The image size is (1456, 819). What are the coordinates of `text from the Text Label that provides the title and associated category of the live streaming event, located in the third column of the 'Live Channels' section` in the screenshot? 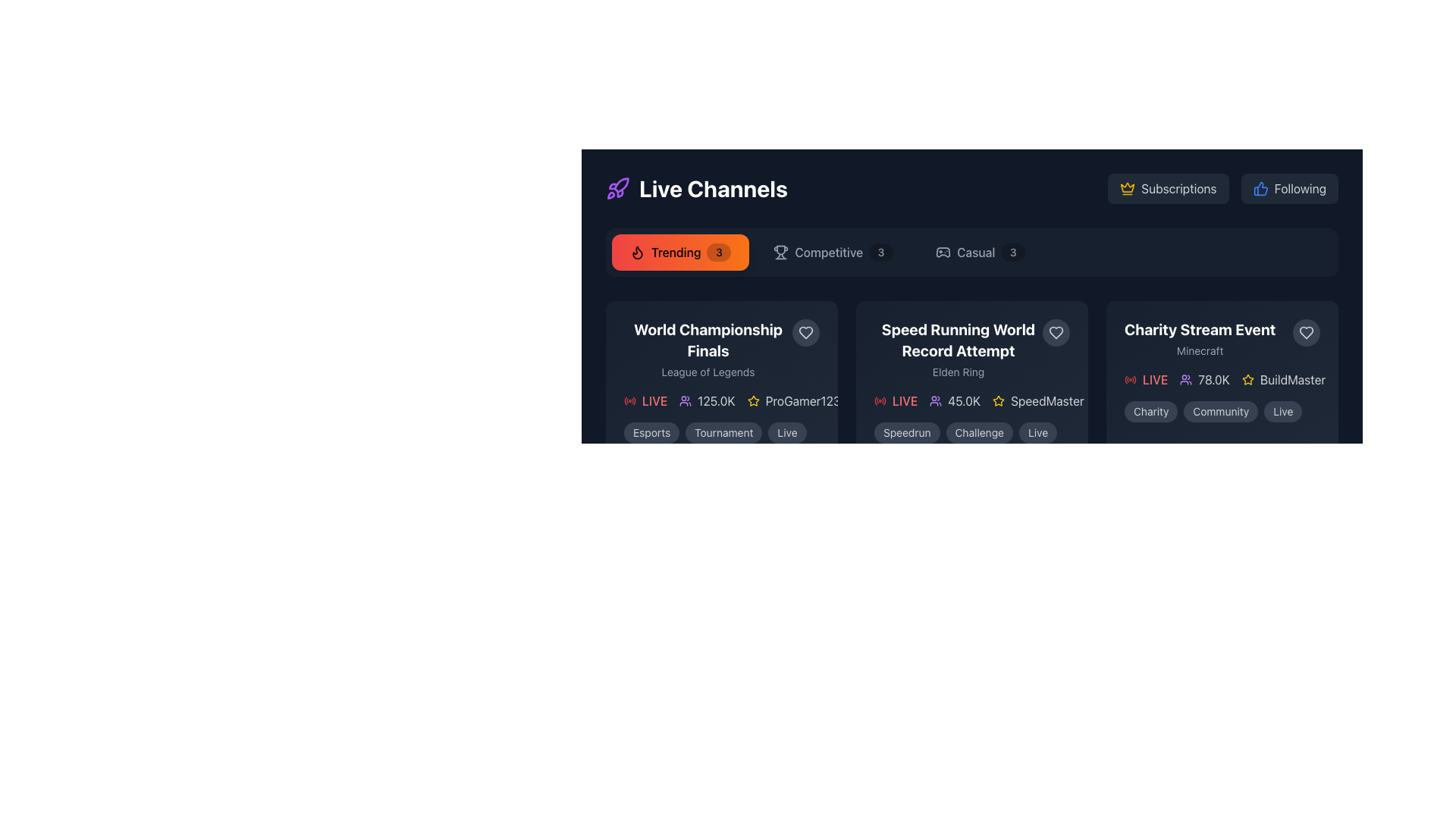 It's located at (1199, 338).